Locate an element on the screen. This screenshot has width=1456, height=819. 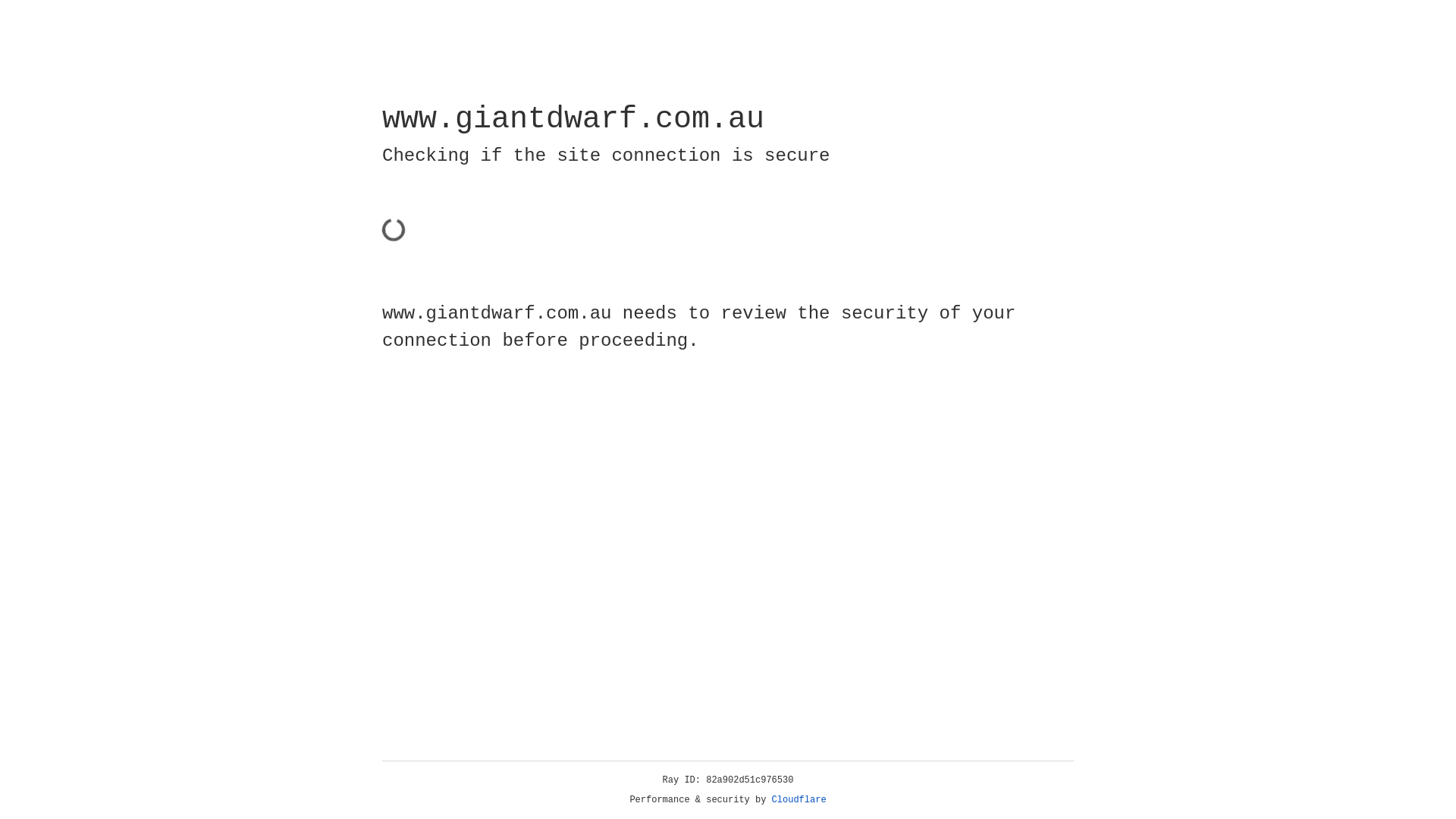
'Cloudflare' is located at coordinates (799, 799).